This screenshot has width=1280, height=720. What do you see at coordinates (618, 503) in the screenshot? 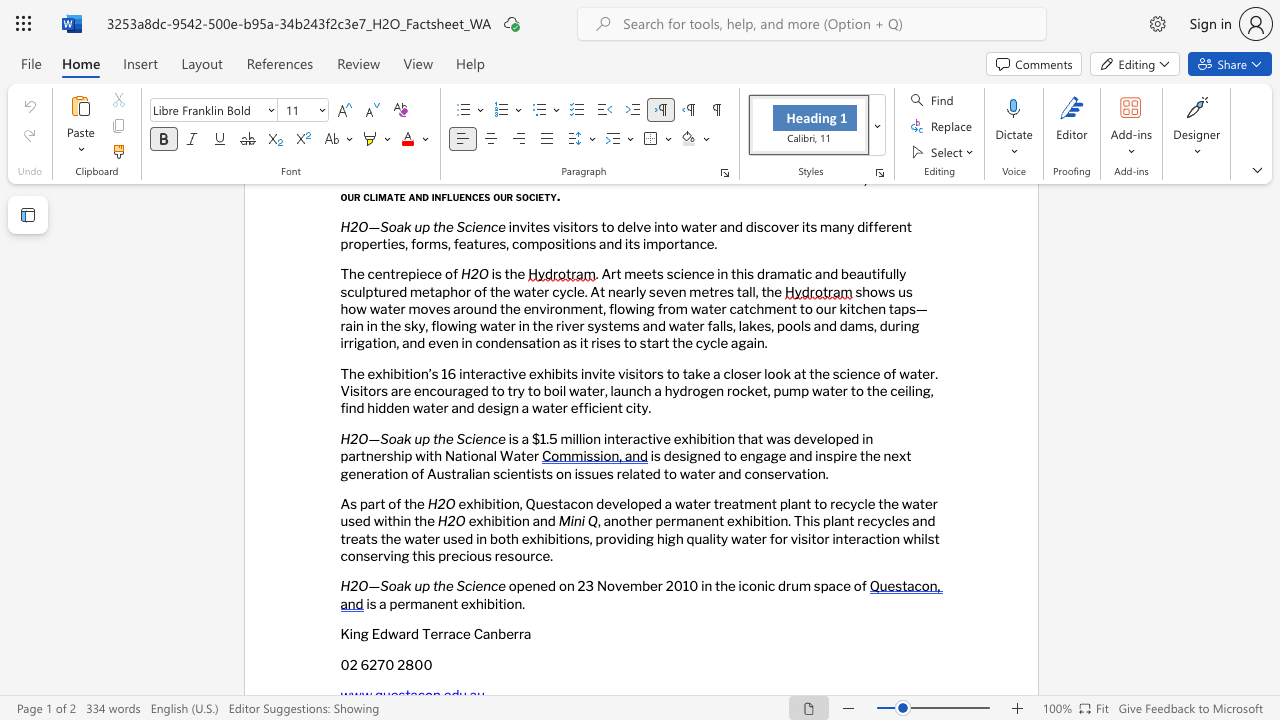
I see `the subset text "eloped a water treat" within the text "exhibition, Questacon developed a water treatment plant to recycle the water used within the"` at bounding box center [618, 503].